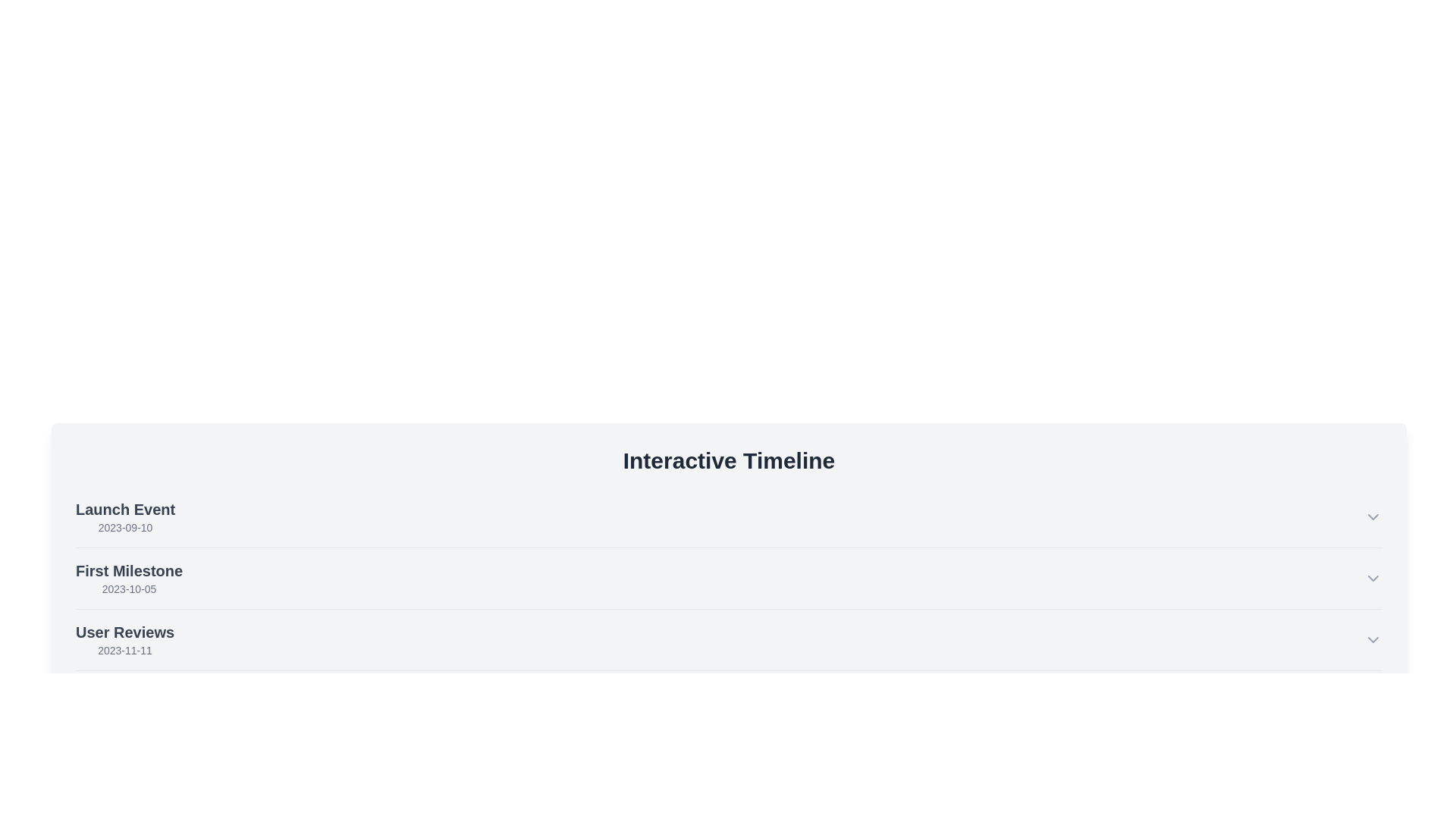 This screenshot has height=819, width=1456. Describe the element at coordinates (125, 526) in the screenshot. I see `the informational label showing the specific date for the 'Launch Event' entry in the timeline, which is located directly beneath the 'Launch Event' label` at that location.